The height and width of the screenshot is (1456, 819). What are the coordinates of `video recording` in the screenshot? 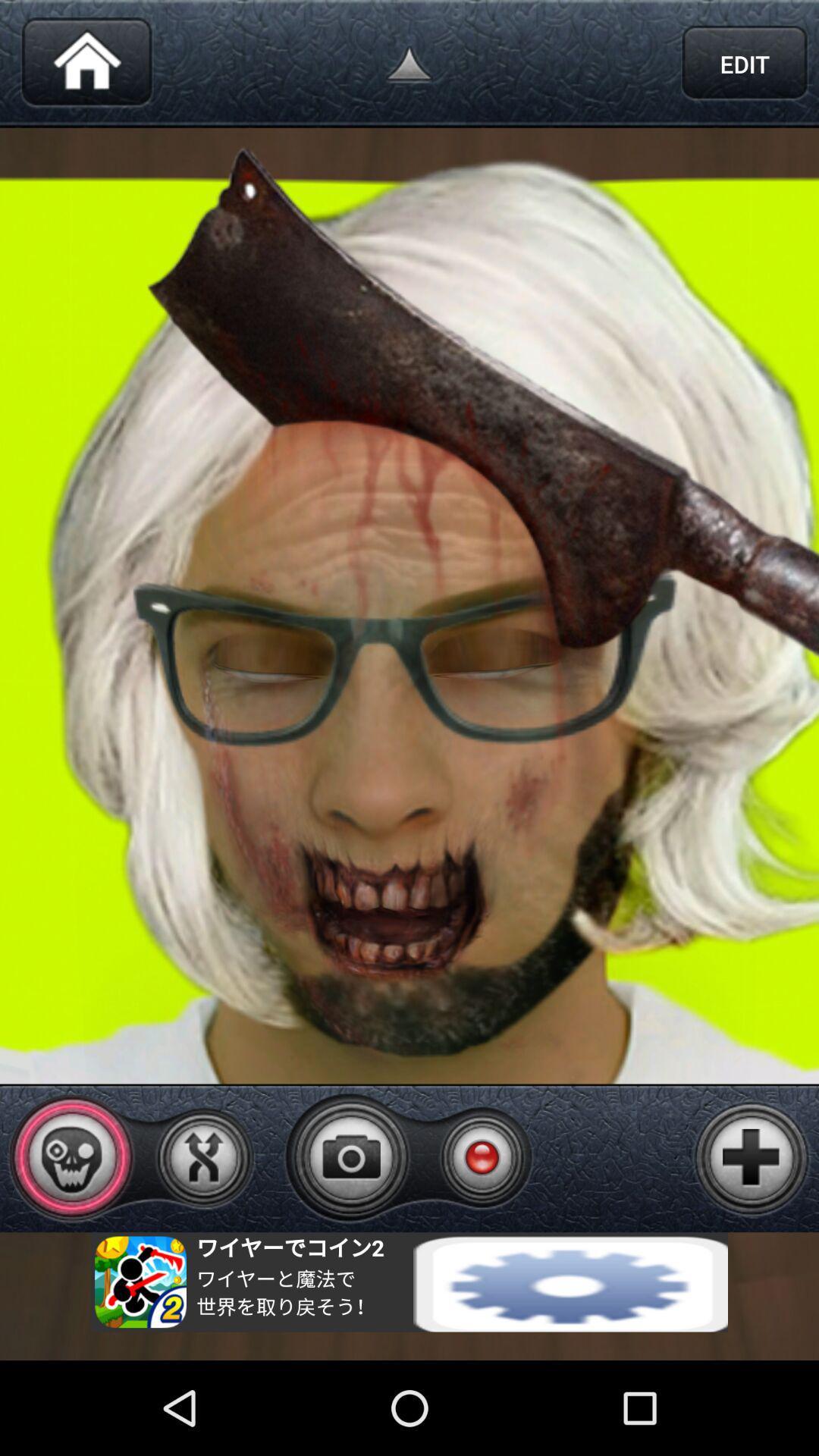 It's located at (482, 1156).